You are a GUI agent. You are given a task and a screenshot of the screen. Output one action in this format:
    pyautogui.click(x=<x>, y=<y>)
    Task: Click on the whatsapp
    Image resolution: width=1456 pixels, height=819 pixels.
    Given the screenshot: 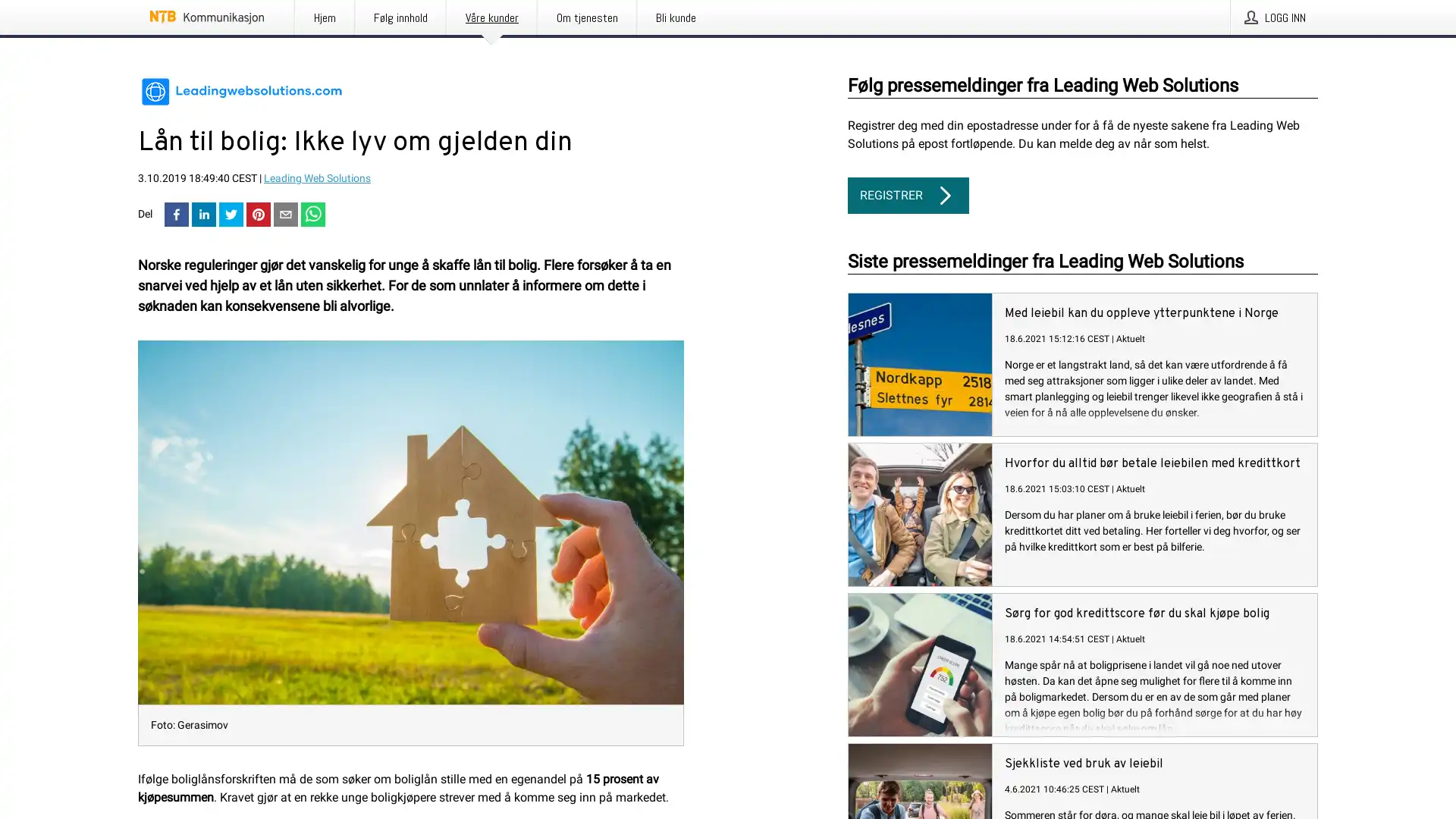 What is the action you would take?
    pyautogui.click(x=312, y=216)
    